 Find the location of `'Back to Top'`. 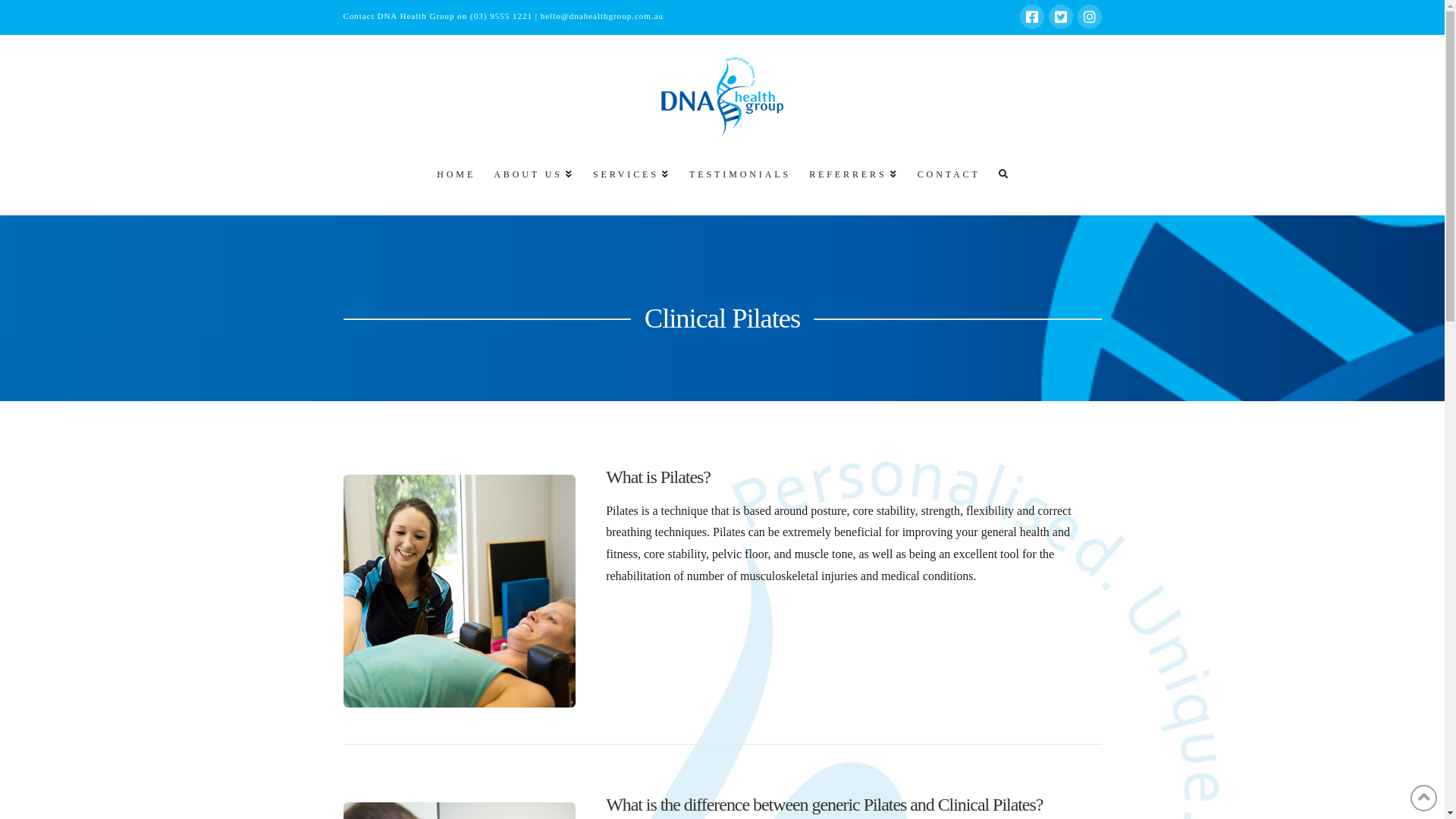

'Back to Top' is located at coordinates (1423, 797).